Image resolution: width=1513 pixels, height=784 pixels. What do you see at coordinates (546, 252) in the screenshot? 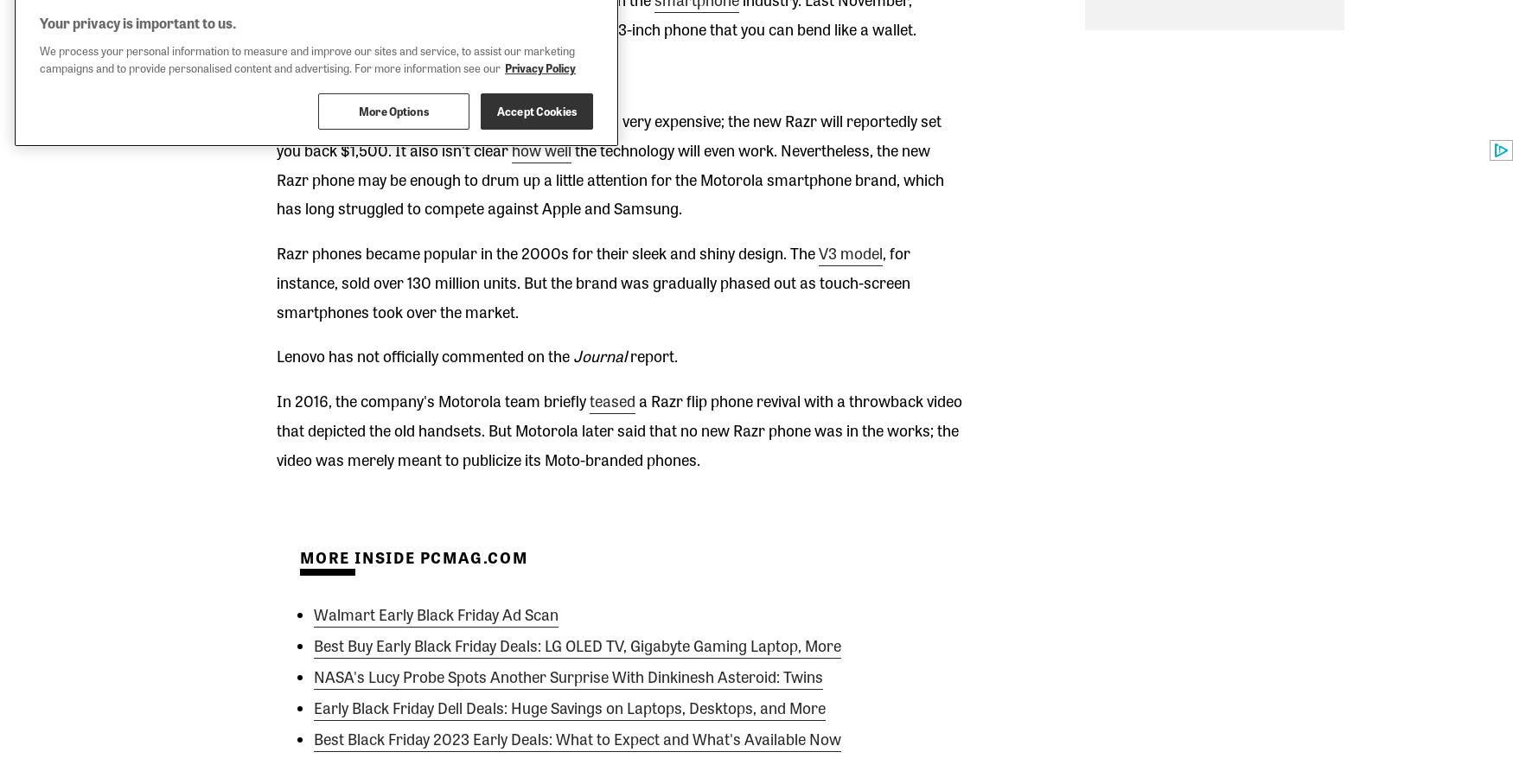
I see `'Razr phones became popular in the 2000s for their sleek and shiny design. The'` at bounding box center [546, 252].